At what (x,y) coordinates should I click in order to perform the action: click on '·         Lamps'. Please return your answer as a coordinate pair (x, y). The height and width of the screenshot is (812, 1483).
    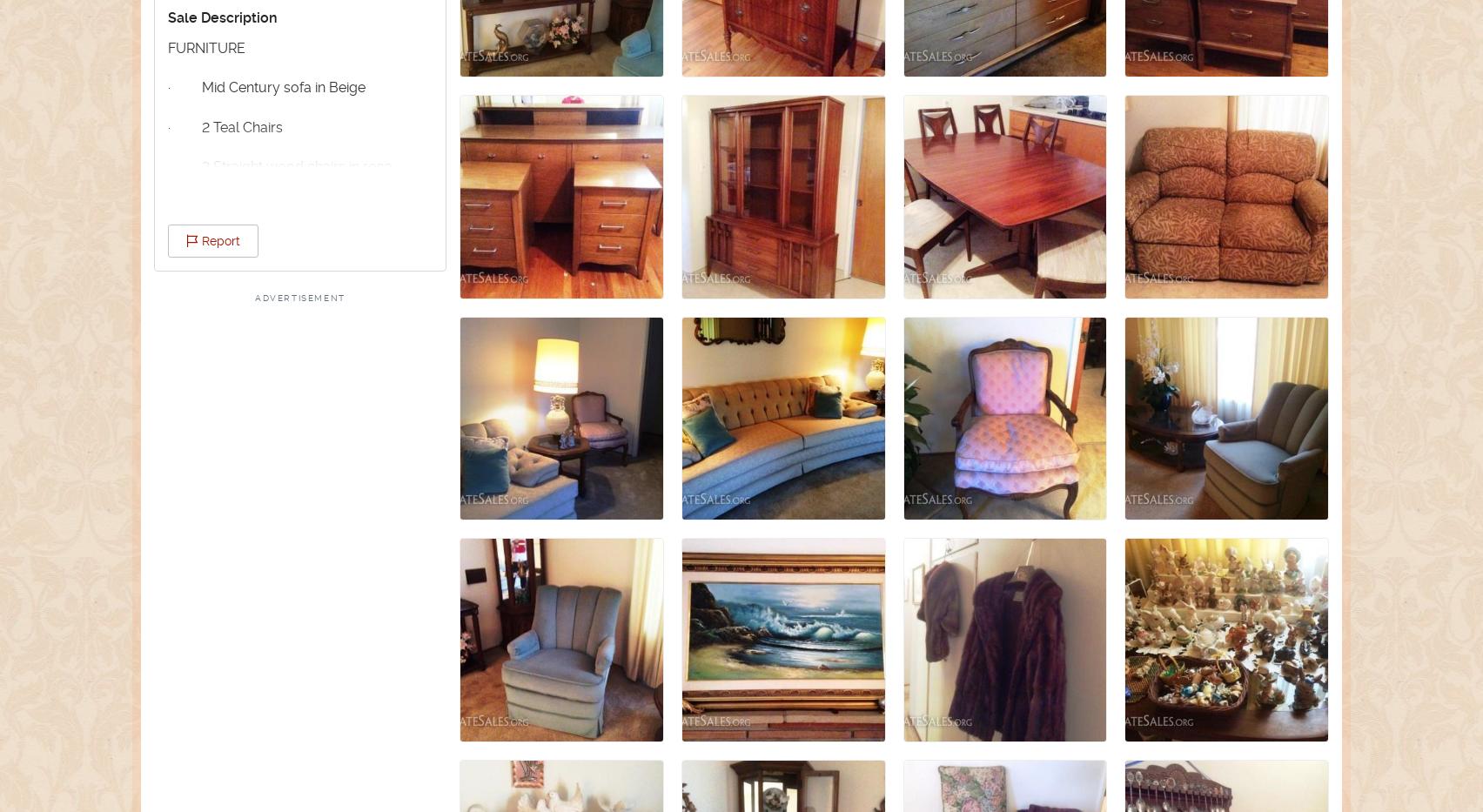
    Looking at the image, I should click on (206, 630).